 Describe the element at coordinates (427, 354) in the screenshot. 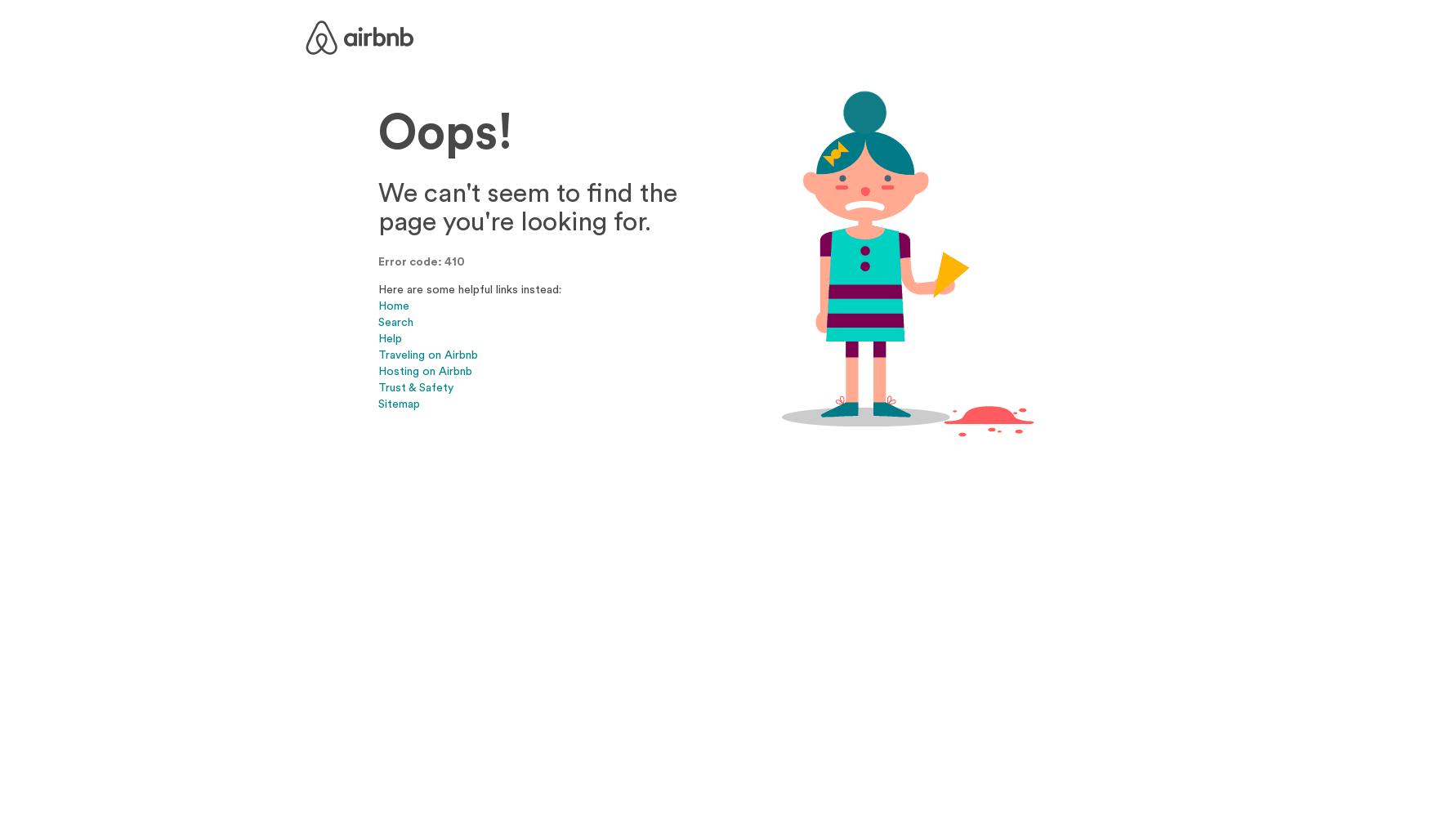

I see `'Traveling on Airbnb'` at that location.